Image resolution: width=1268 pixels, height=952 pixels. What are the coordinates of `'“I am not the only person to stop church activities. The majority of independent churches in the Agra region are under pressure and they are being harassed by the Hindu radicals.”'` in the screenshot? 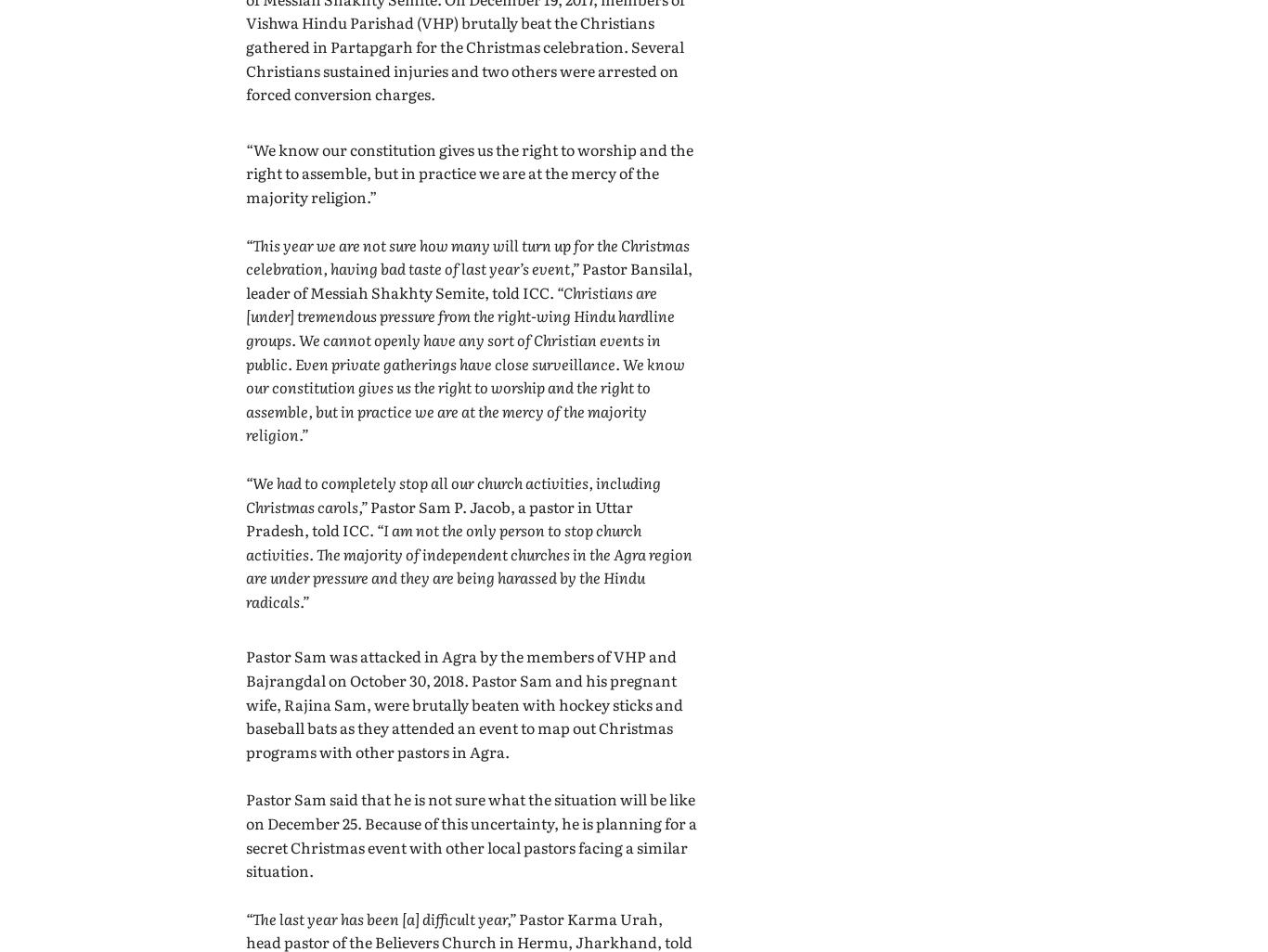 It's located at (469, 564).